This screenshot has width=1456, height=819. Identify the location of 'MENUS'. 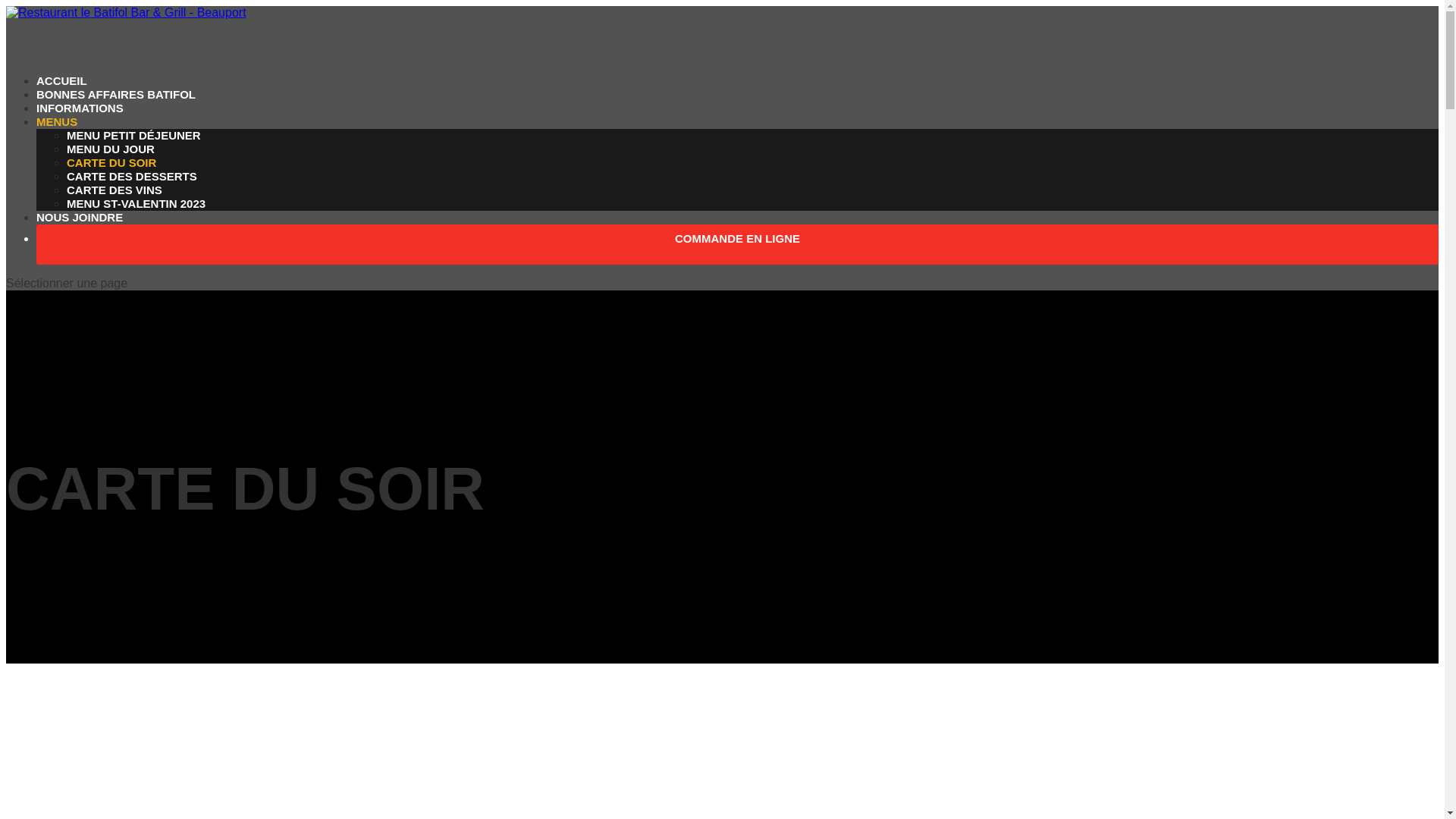
(57, 143).